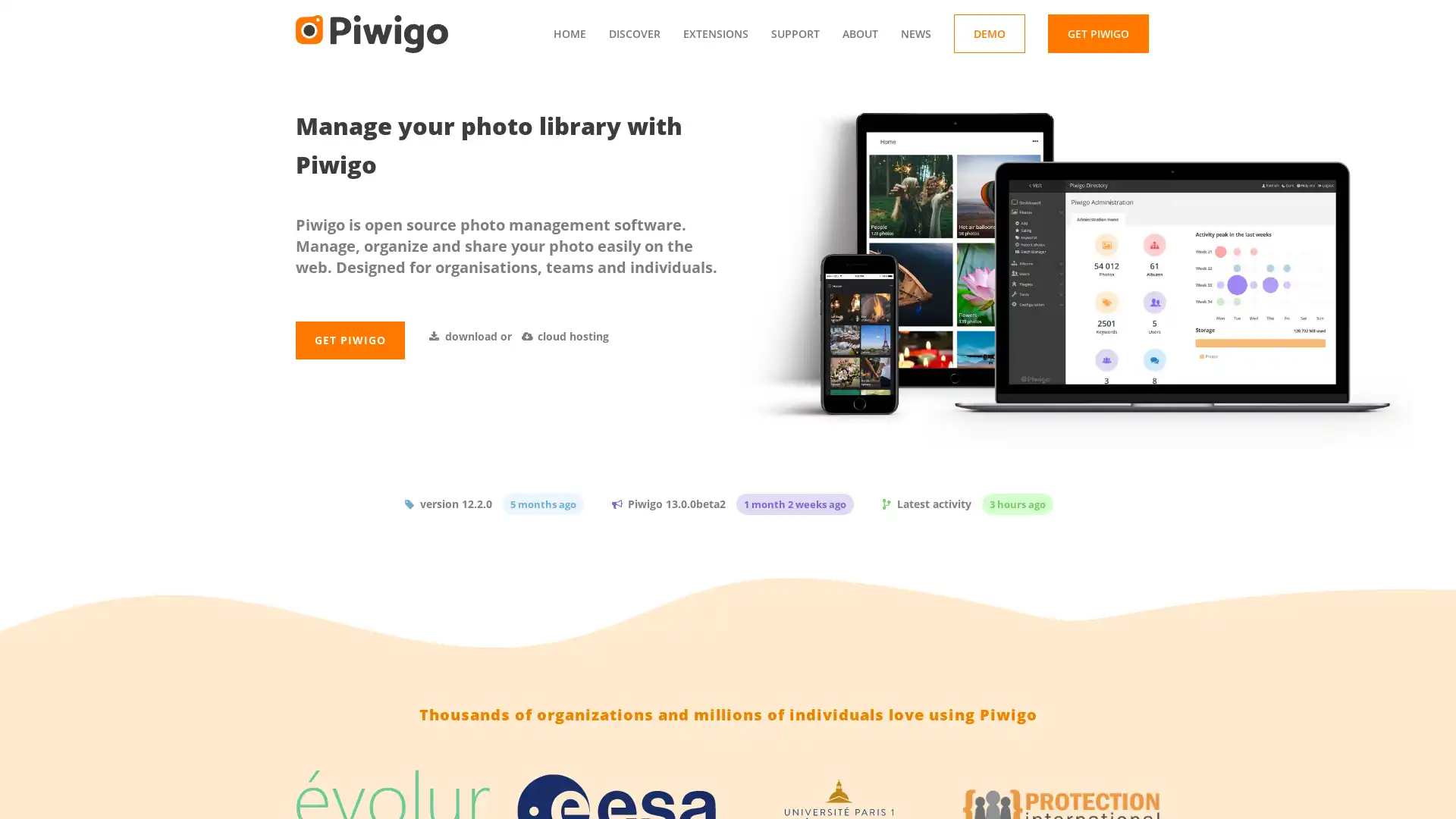 The width and height of the screenshot is (1456, 819). Describe the element at coordinates (349, 372) in the screenshot. I see `GET PIWIGO` at that location.